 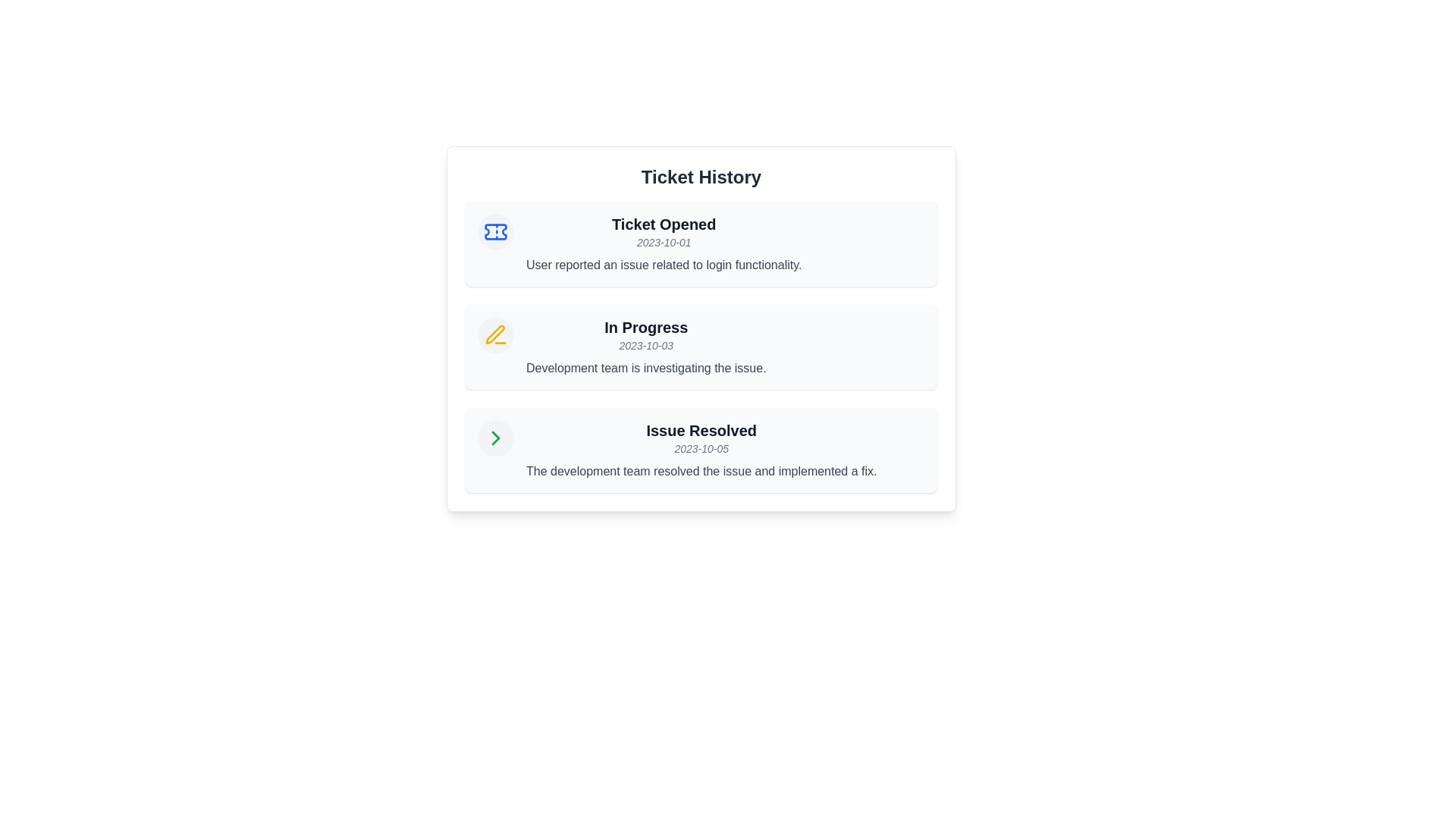 I want to click on the Chevron icon located to the right of the 'Issue Resolved' text block in the ticket history display to indicate further details or an actionable step, so click(x=495, y=438).